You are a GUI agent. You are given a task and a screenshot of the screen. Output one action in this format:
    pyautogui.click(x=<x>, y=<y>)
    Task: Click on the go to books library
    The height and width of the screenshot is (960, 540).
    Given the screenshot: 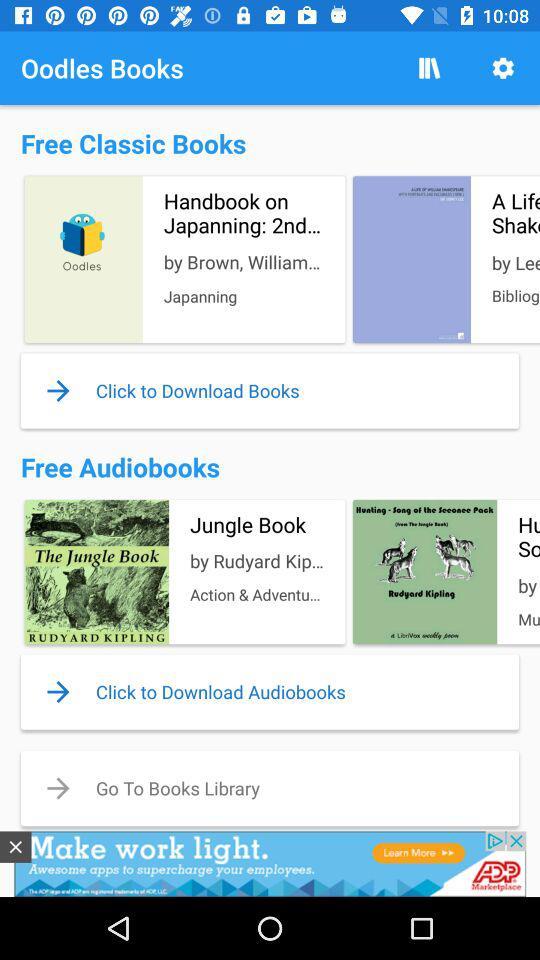 What is the action you would take?
    pyautogui.click(x=270, y=788)
    